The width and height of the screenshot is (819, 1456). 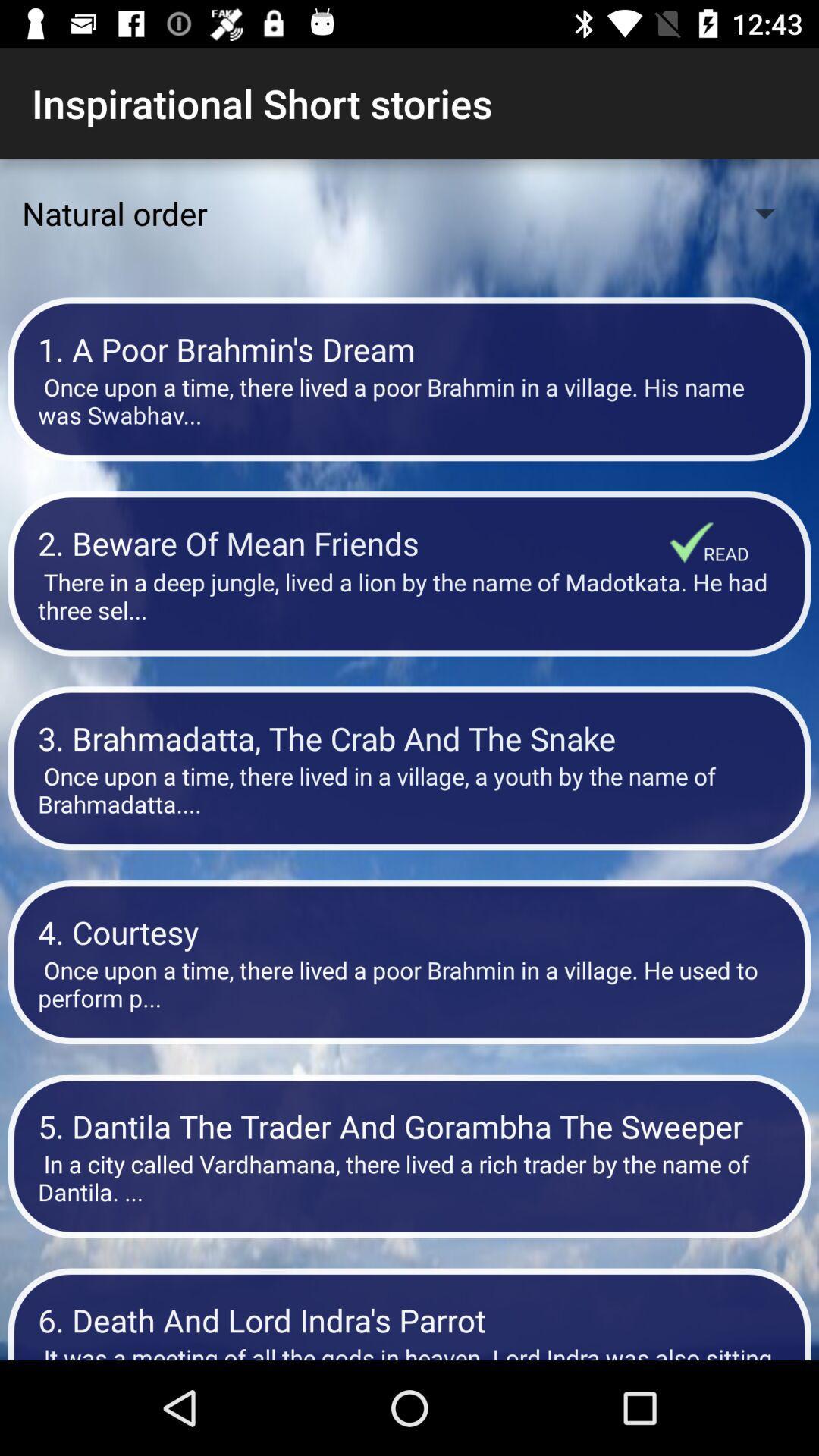 What do you see at coordinates (409, 1125) in the screenshot?
I see `the 5 dantila the icon` at bounding box center [409, 1125].